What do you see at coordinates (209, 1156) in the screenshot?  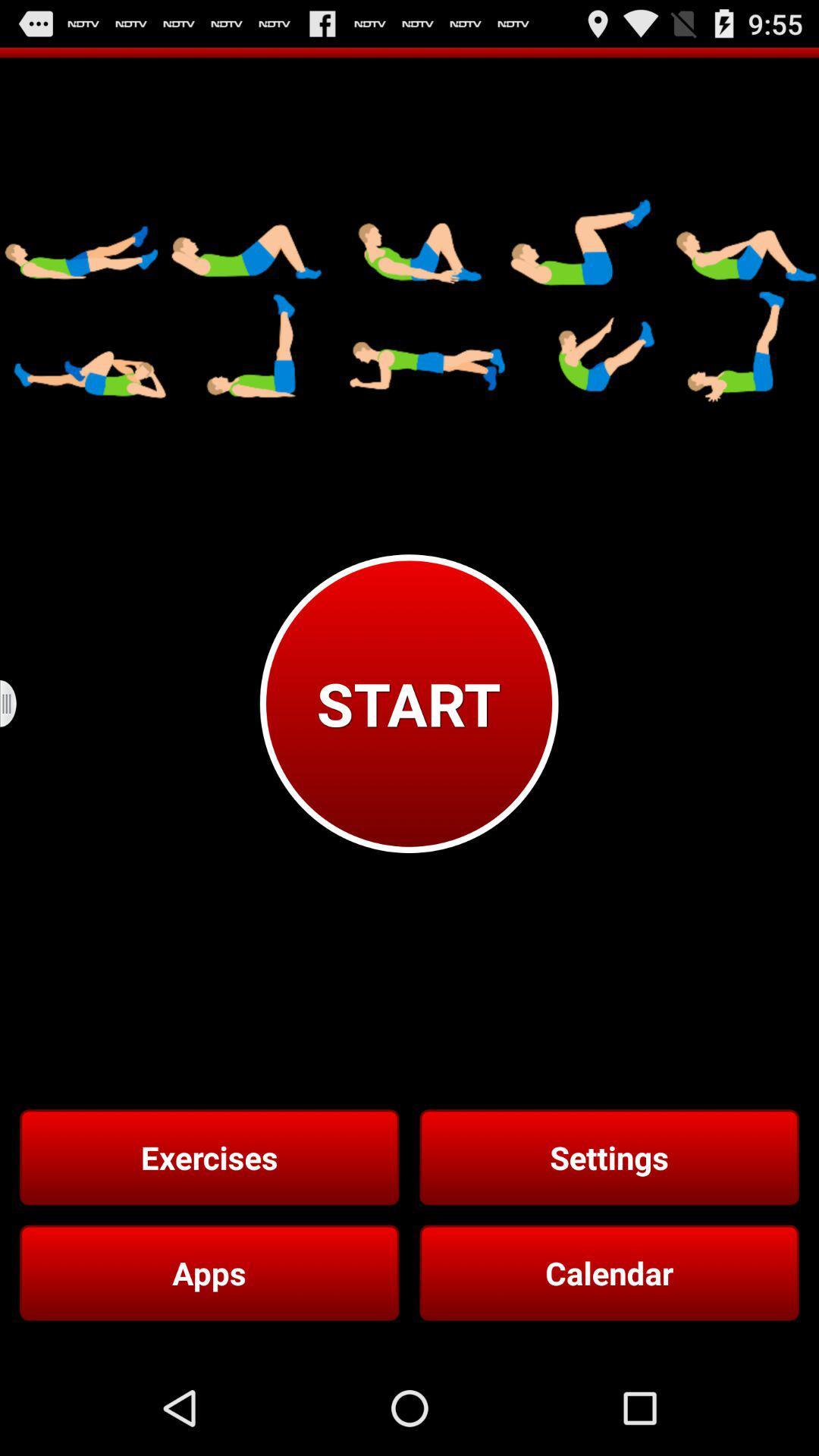 I see `button above the apps item` at bounding box center [209, 1156].